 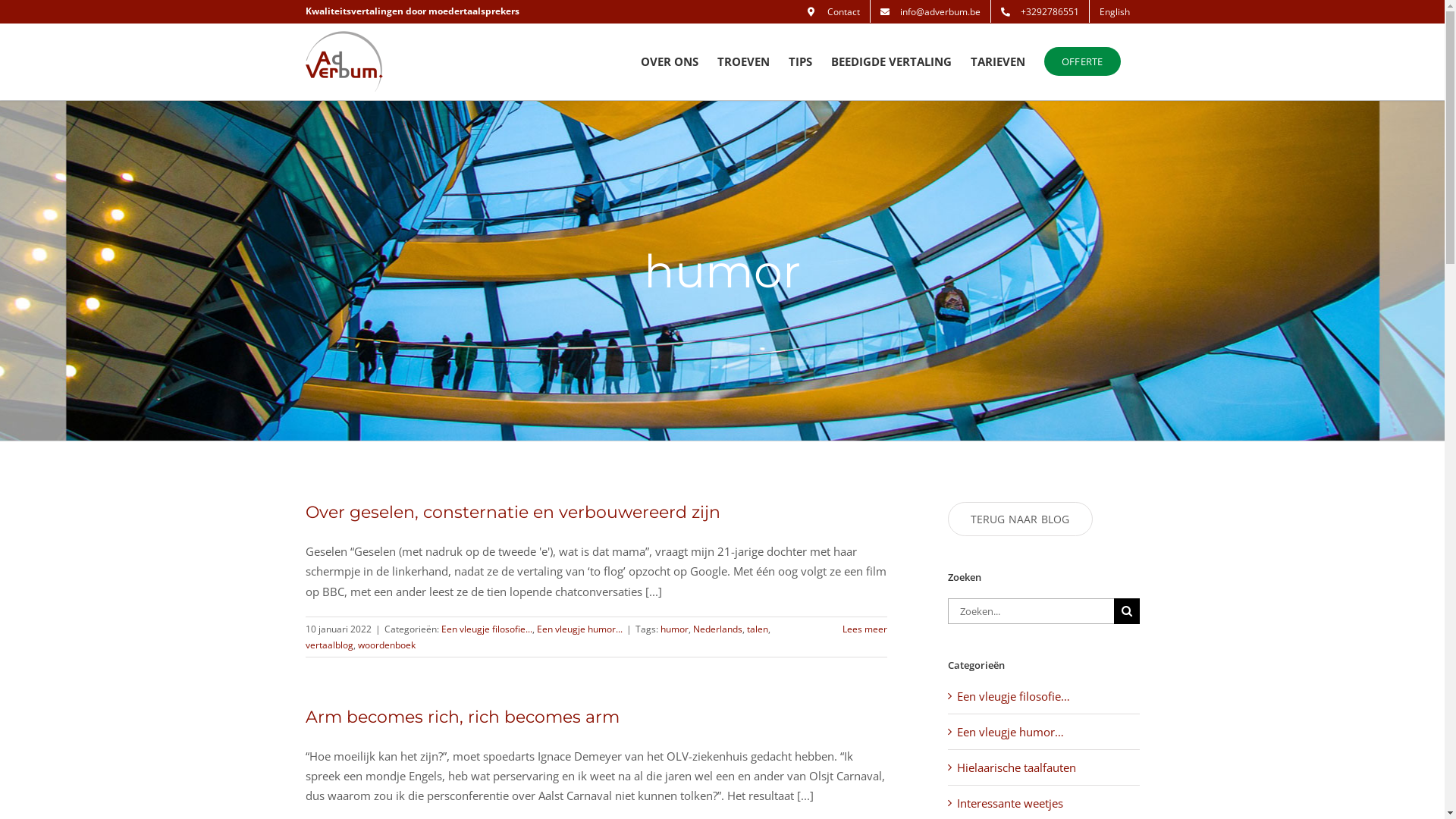 I want to click on 'woordenboek', so click(x=386, y=645).